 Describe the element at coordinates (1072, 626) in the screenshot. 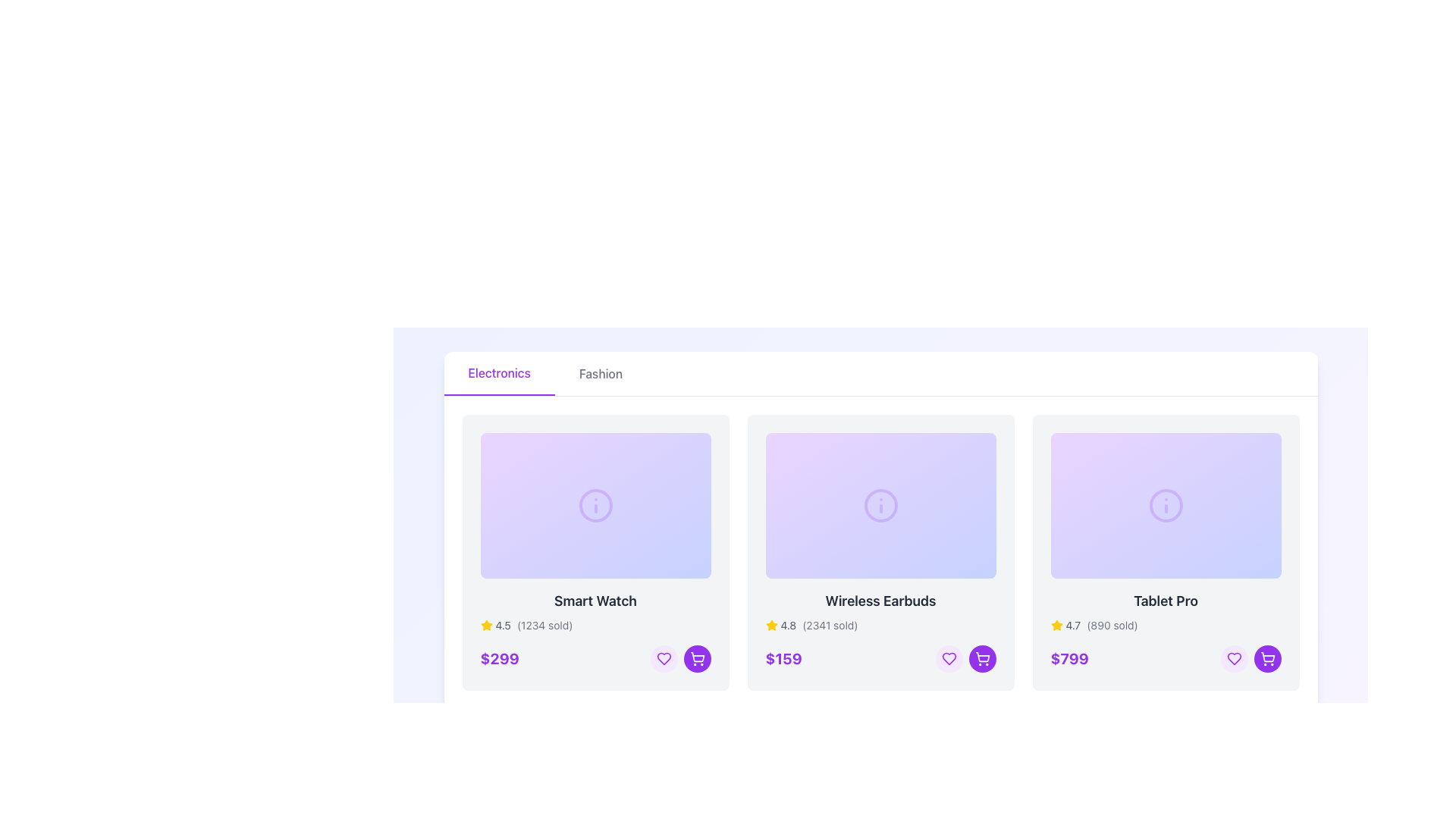

I see `text displayed in the Text Label showing the average user rating of the 'Tablet Pro' product, which is positioned below the product image and adjacent to the yellow star icon and '(890 sold)'` at that location.